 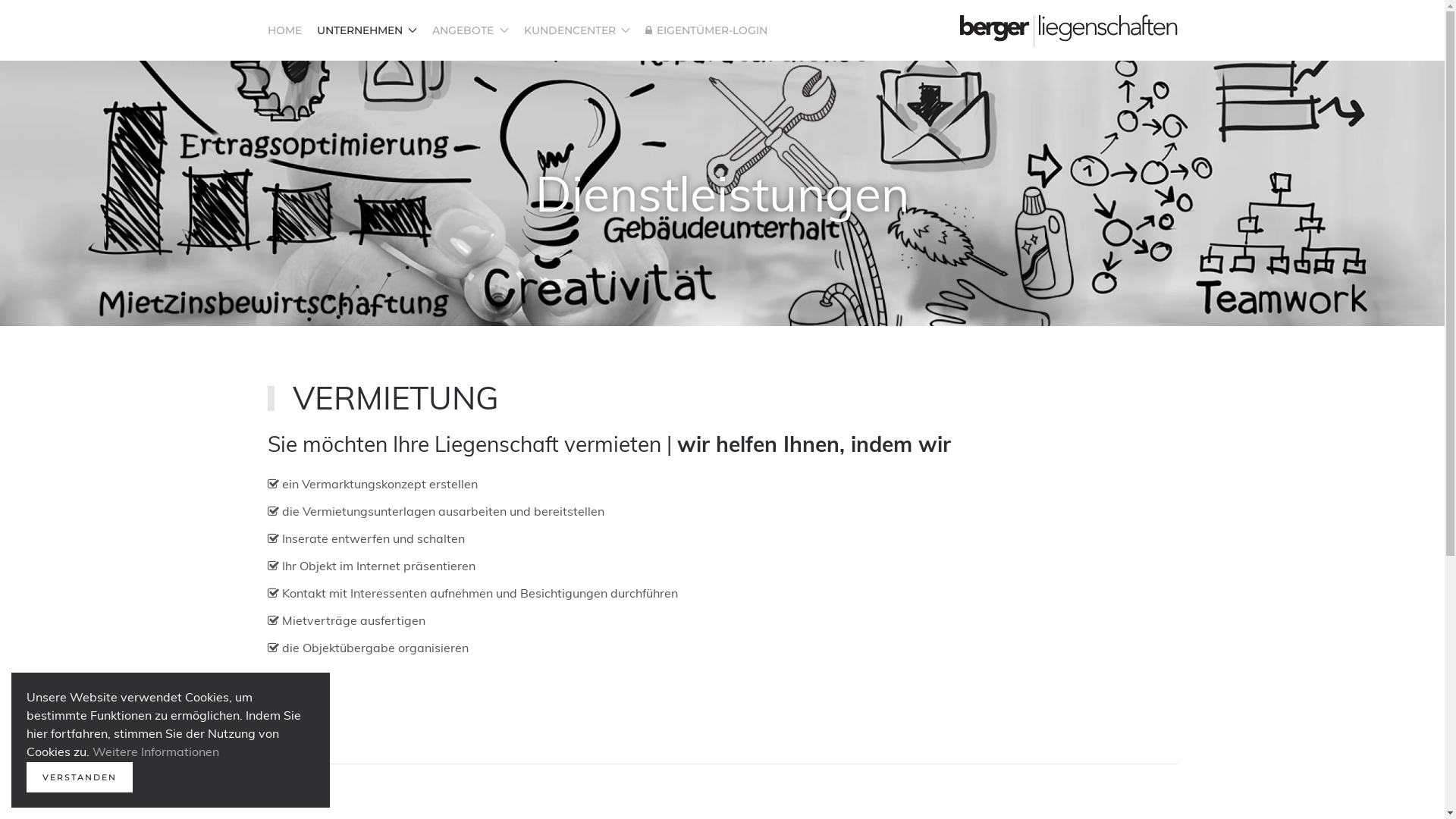 What do you see at coordinates (576, 30) in the screenshot?
I see `'KUNDENCENTER'` at bounding box center [576, 30].